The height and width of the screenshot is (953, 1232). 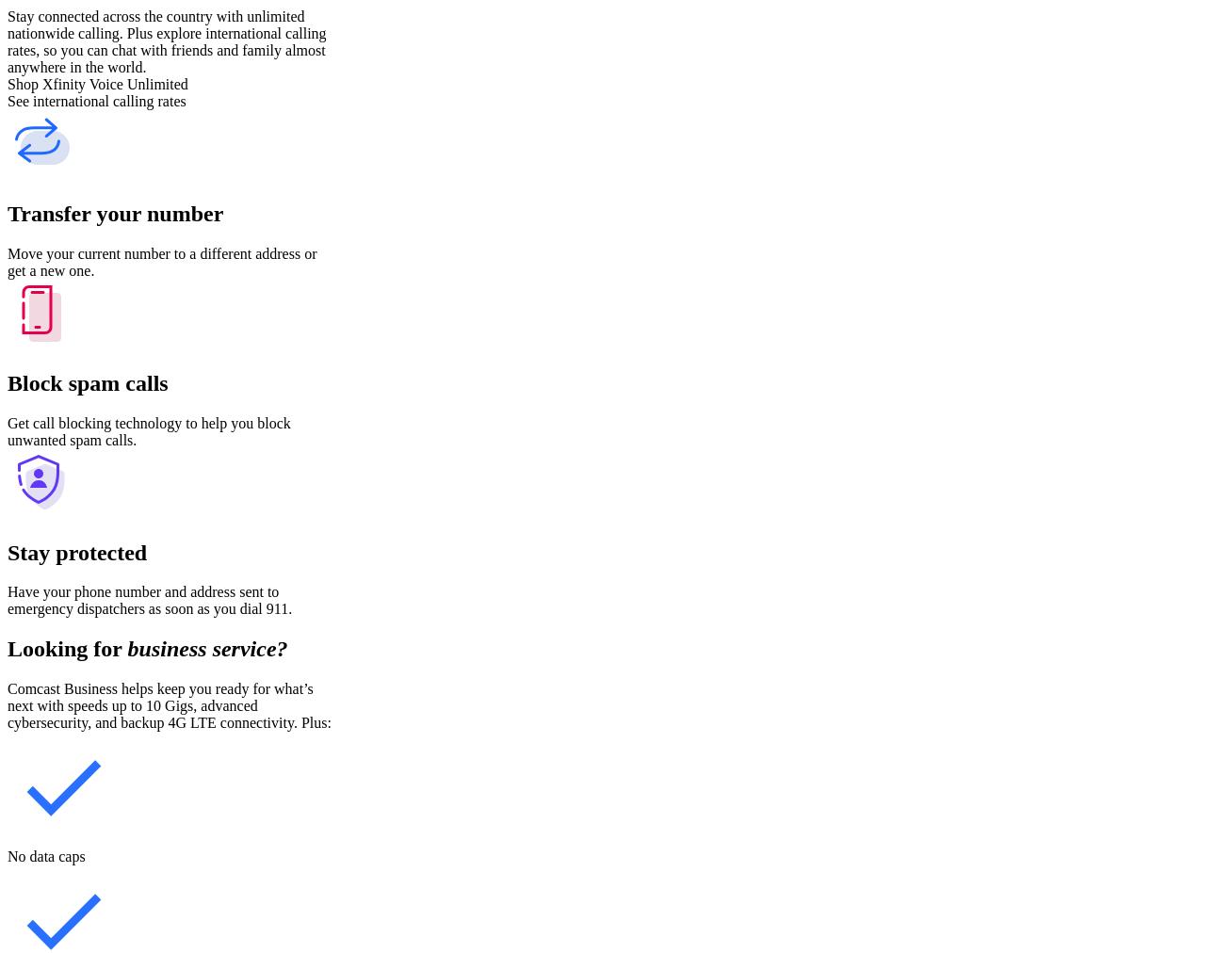 I want to click on 'business service?', so click(x=207, y=648).